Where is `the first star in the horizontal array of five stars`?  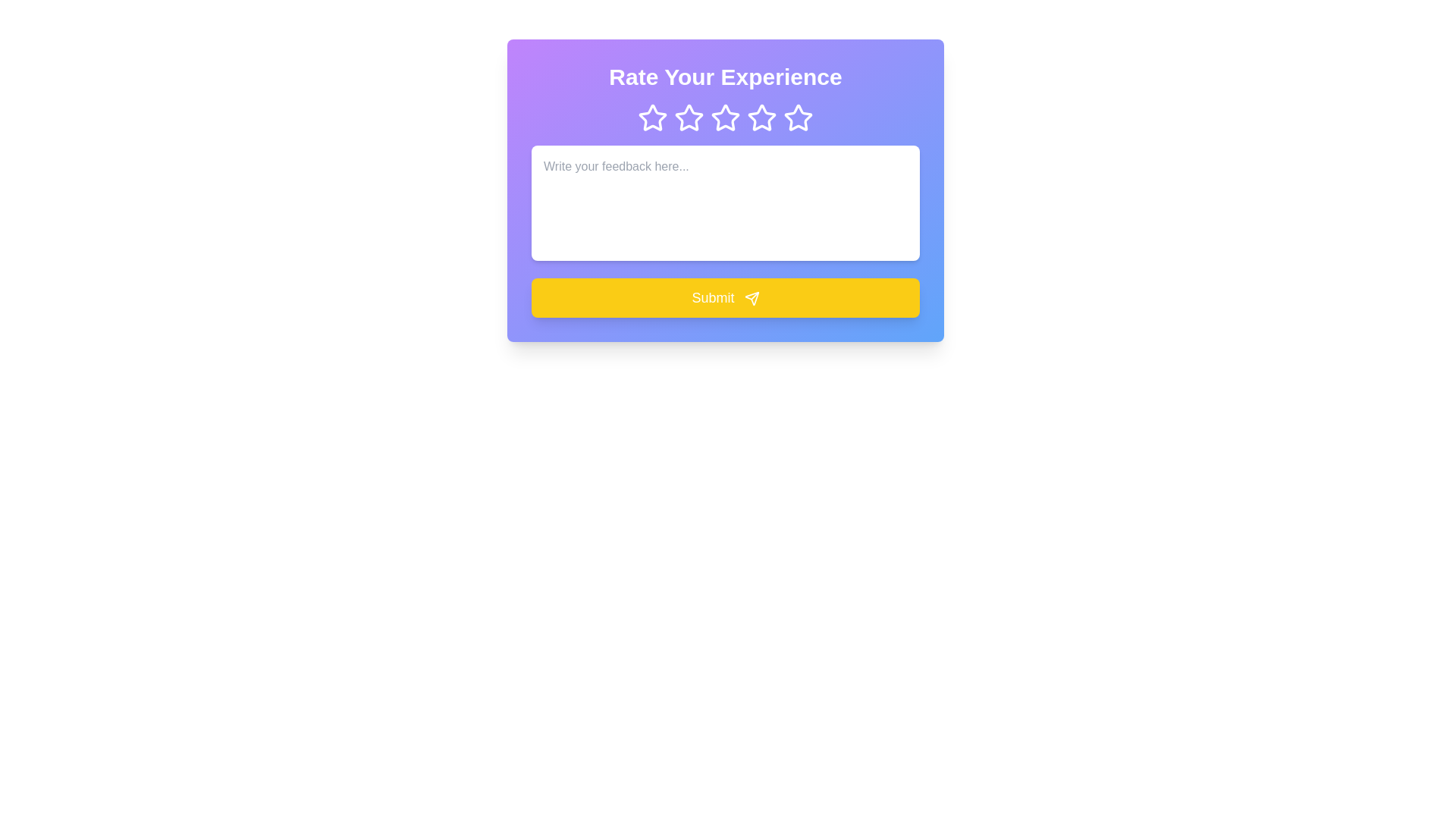 the first star in the horizontal array of five stars is located at coordinates (652, 117).